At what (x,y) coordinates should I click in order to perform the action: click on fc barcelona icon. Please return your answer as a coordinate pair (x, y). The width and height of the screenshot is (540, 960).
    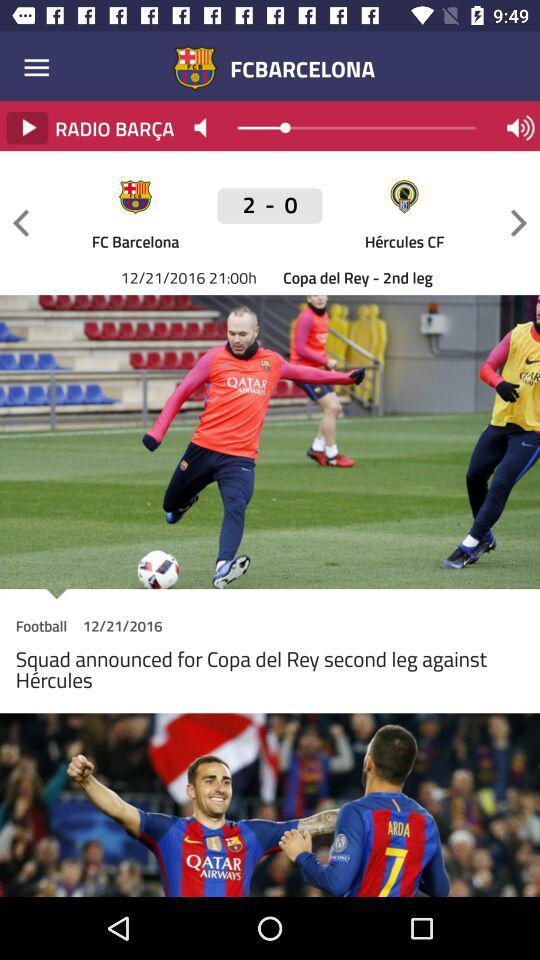
    Looking at the image, I should click on (135, 240).